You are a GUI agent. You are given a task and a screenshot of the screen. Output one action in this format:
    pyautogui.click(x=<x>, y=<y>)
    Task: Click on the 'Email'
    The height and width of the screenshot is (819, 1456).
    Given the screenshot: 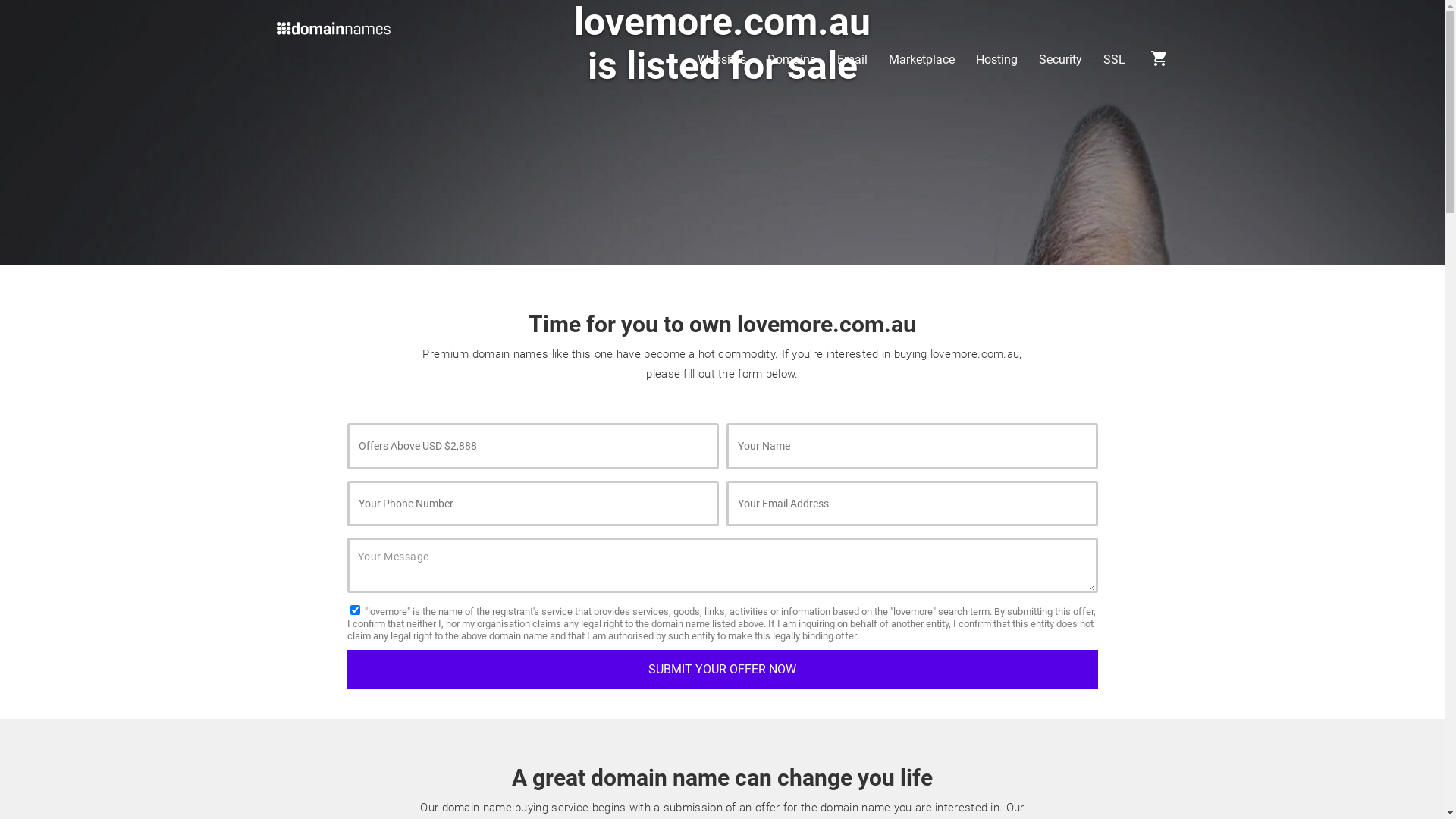 What is the action you would take?
    pyautogui.click(x=827, y=58)
    